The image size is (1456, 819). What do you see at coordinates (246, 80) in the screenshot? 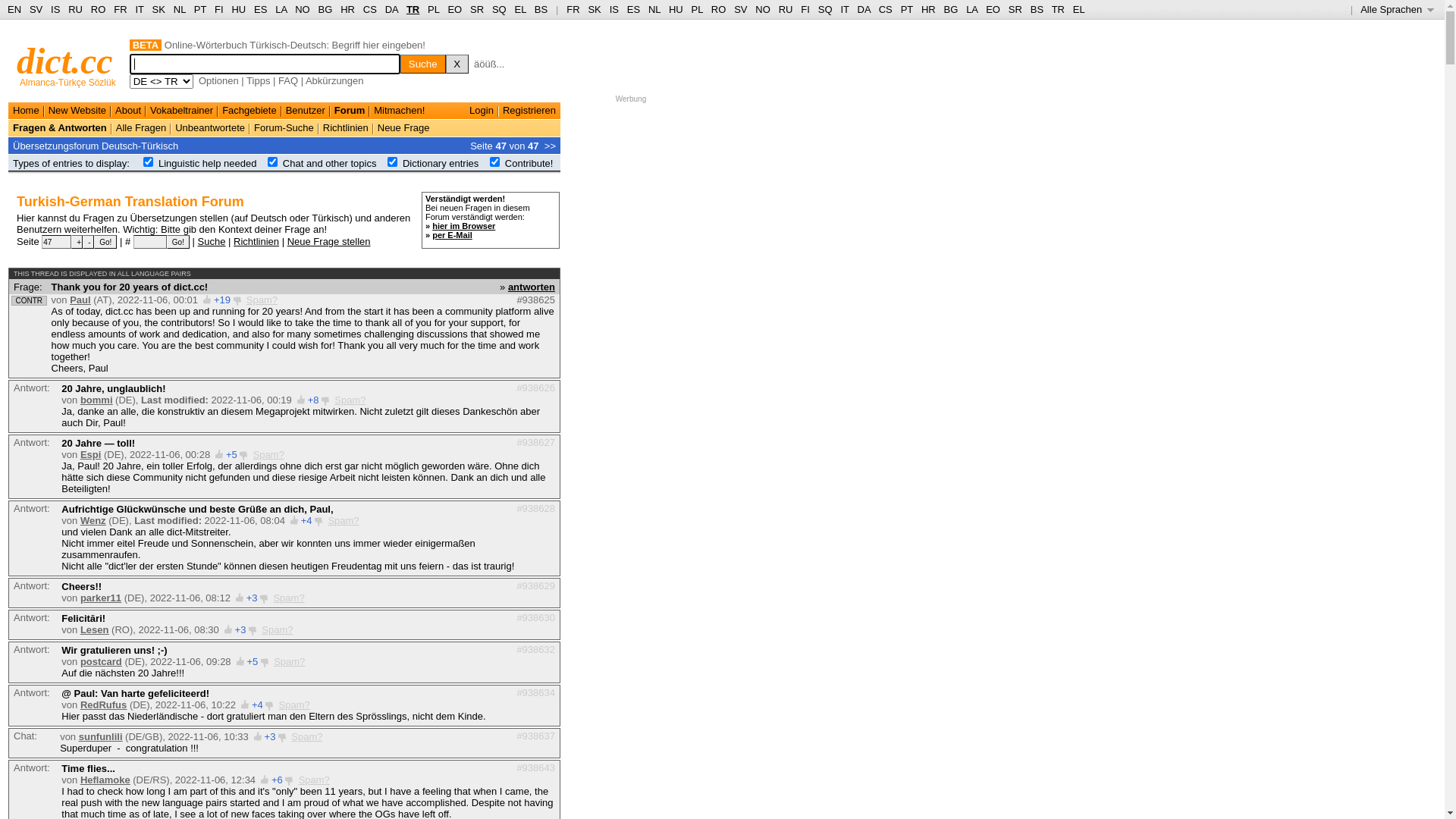
I see `'Tipps'` at bounding box center [246, 80].